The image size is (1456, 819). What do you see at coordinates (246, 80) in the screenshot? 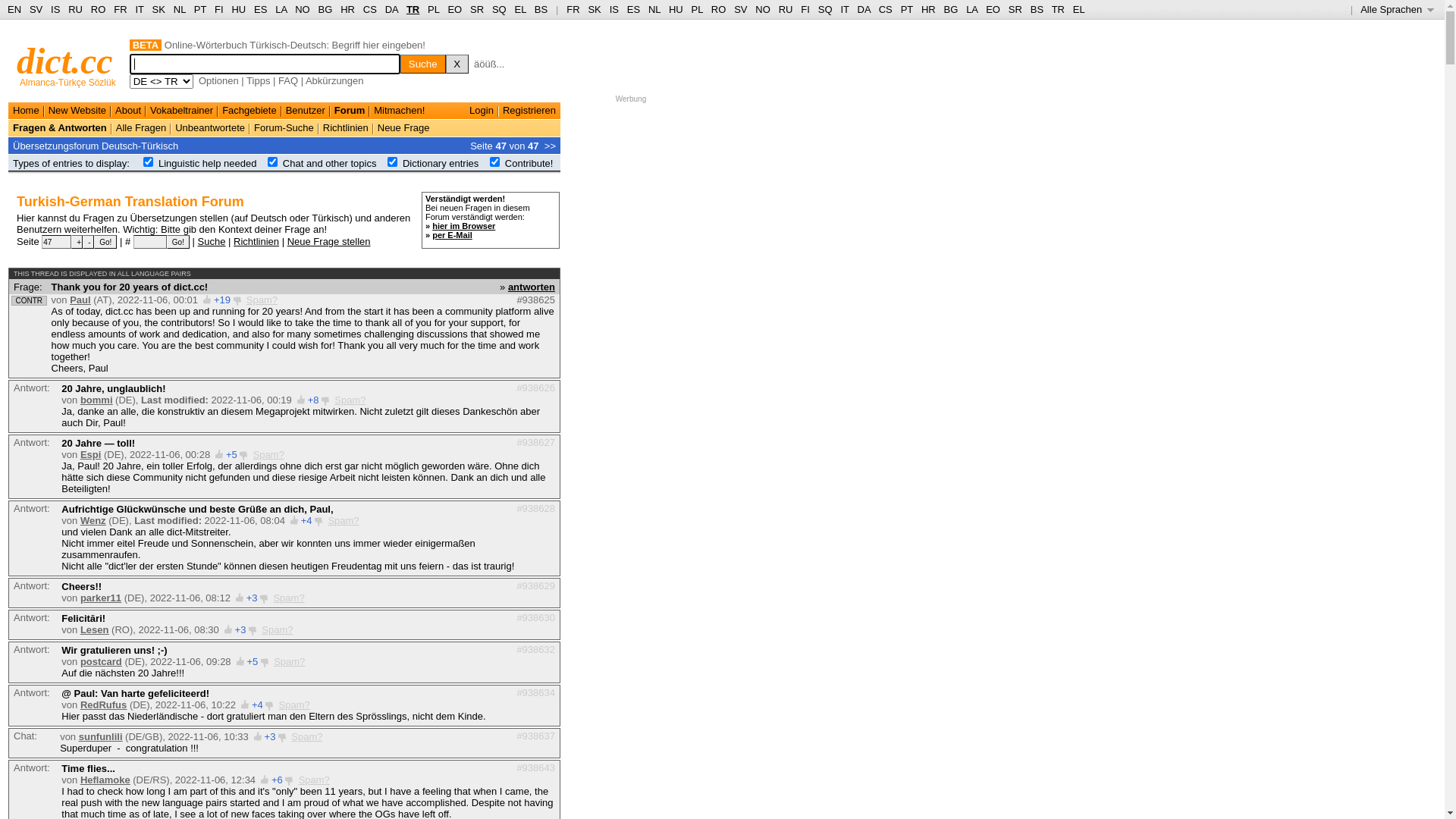
I see `'Tipps'` at bounding box center [246, 80].